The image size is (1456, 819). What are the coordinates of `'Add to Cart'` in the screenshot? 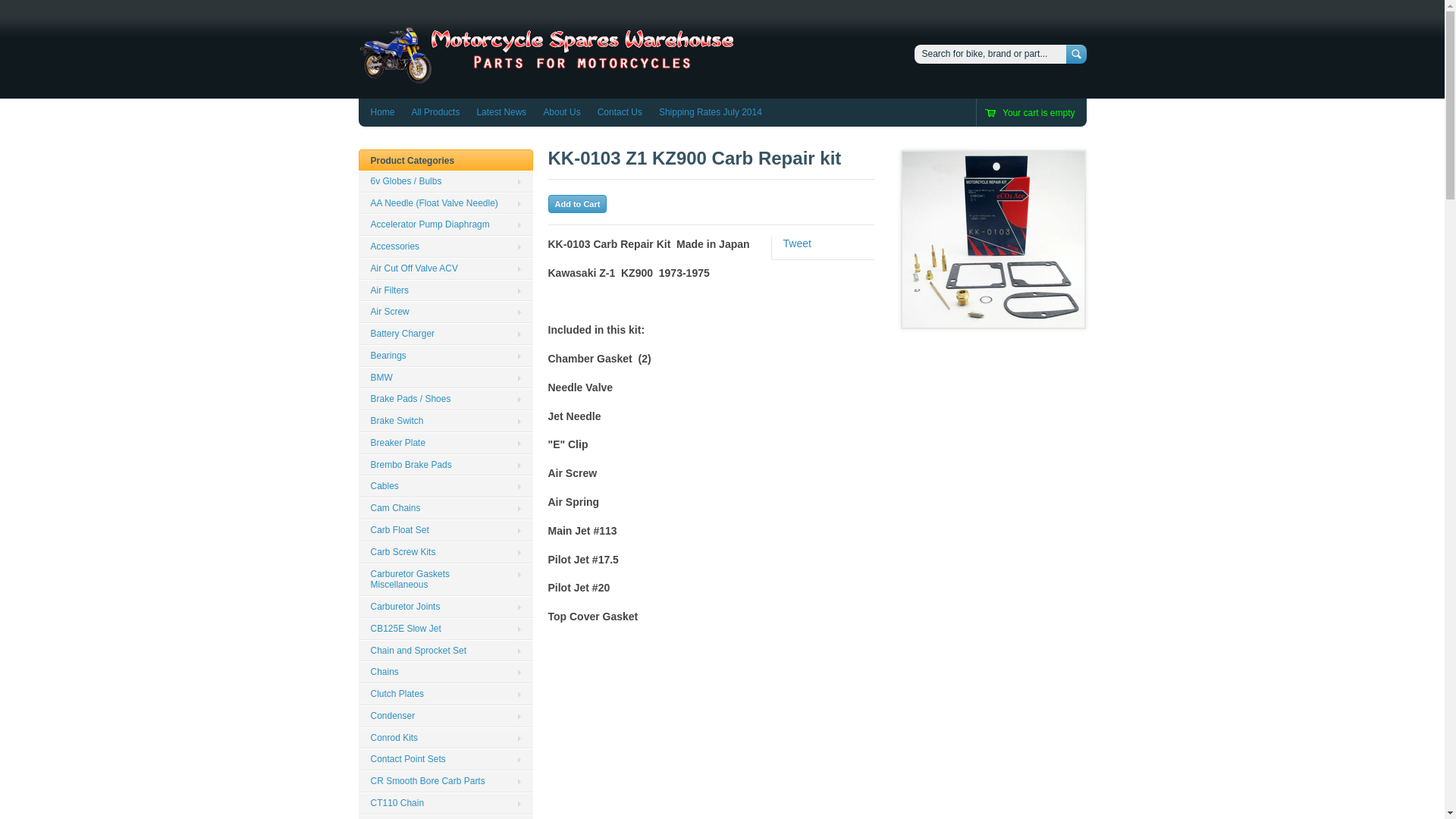 It's located at (576, 203).